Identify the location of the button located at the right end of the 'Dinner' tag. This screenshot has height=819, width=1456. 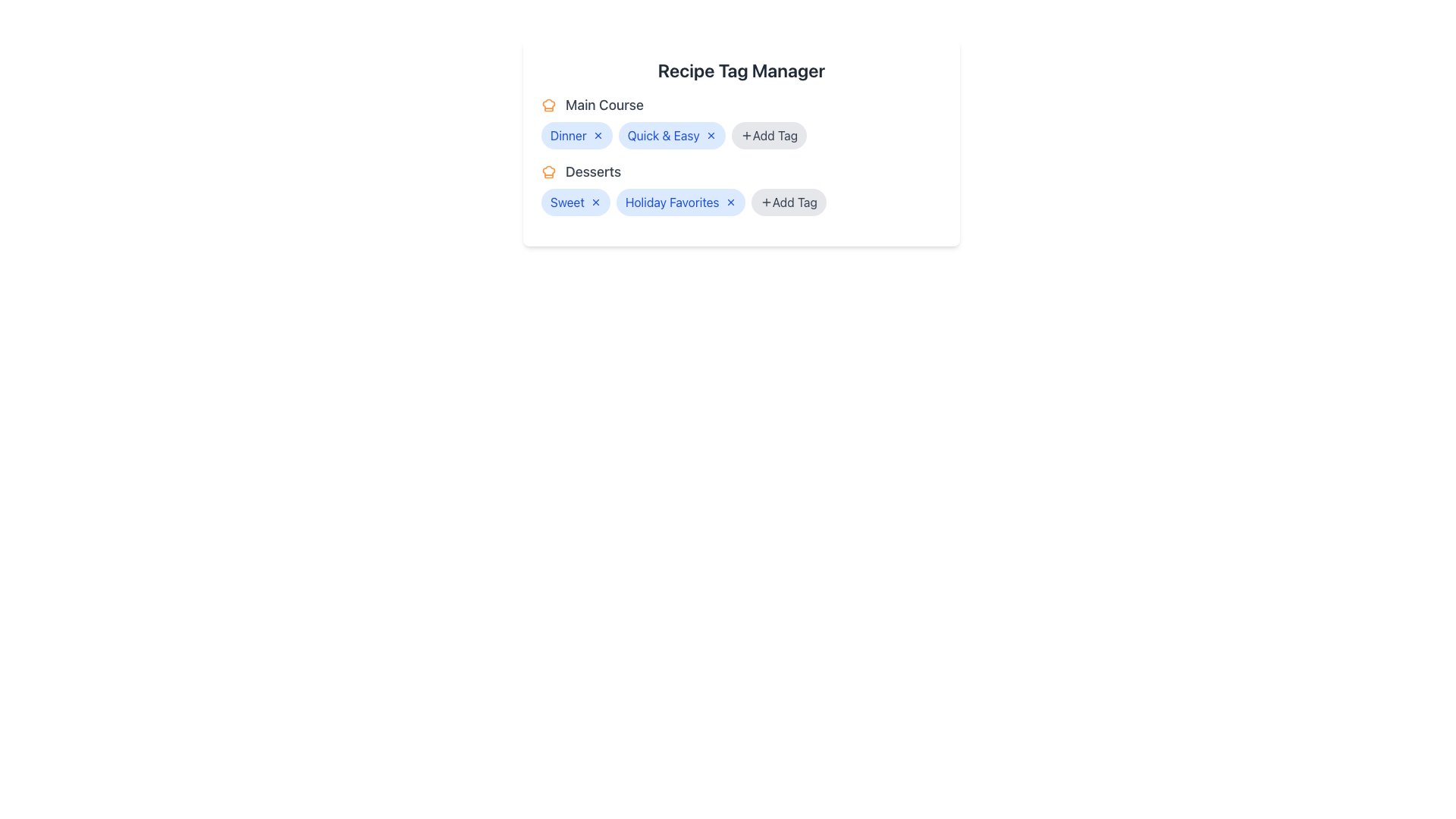
(597, 134).